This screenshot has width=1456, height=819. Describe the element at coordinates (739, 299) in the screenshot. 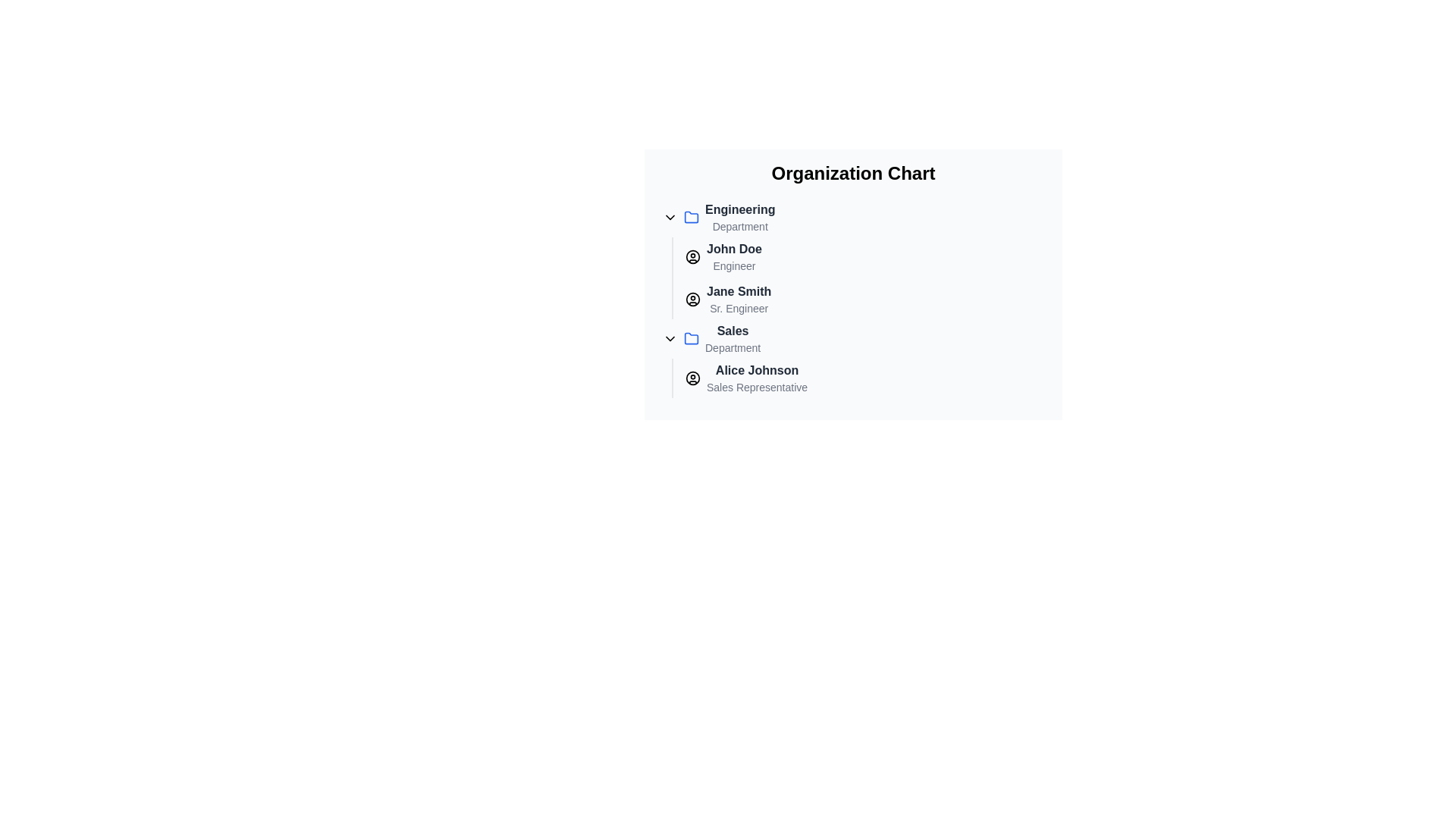

I see `displayed information of the text element showing 'Jane Smith' and 'Sr. Engineer' located in the Engineering department section` at that location.